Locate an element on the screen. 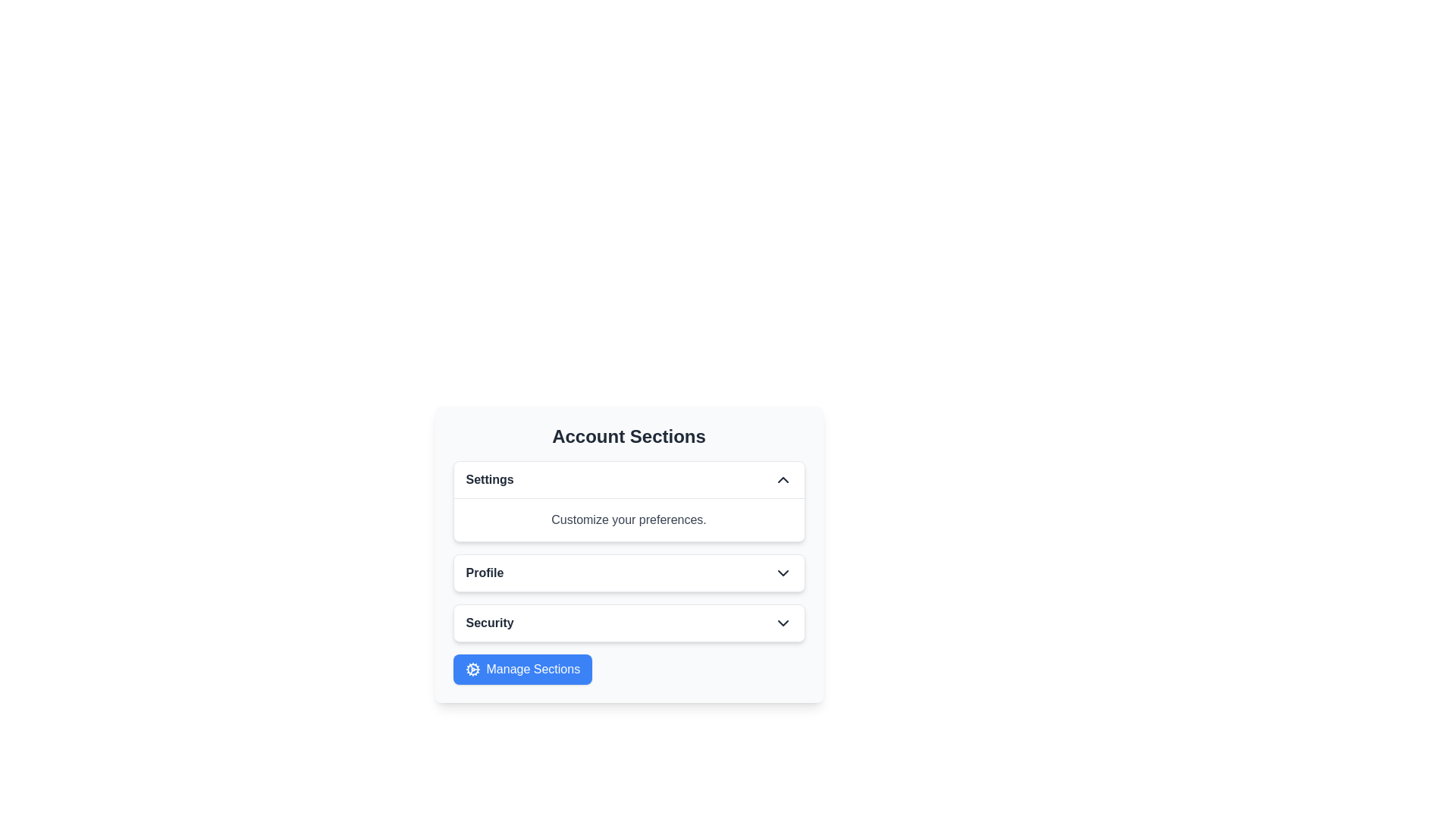 This screenshot has width=1456, height=819. the 'Profile' button located in the 'Account Sections' below 'Settings' and above 'Security' is located at coordinates (629, 573).